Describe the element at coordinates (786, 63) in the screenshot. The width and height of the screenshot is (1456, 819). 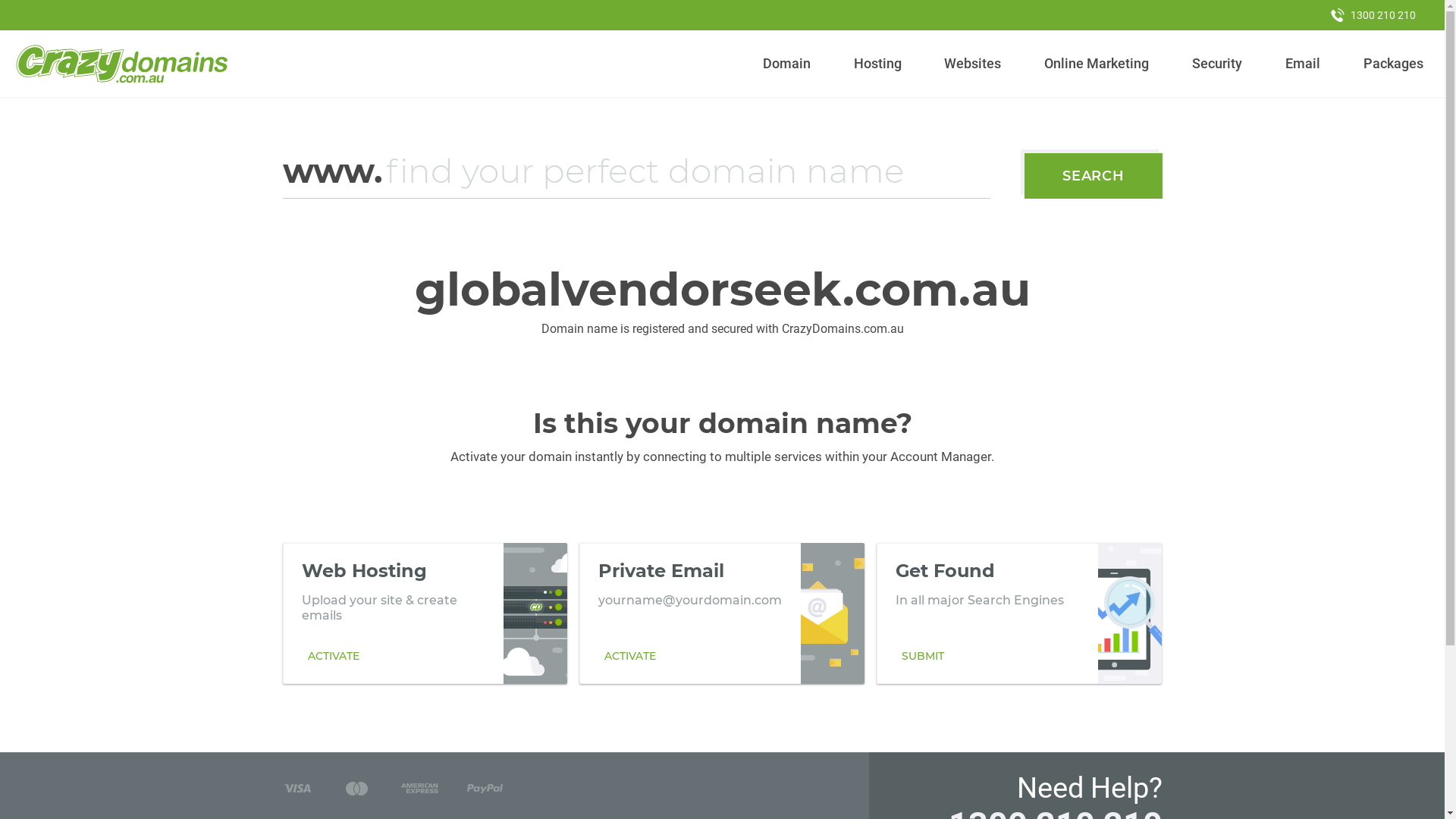
I see `'Domain'` at that location.